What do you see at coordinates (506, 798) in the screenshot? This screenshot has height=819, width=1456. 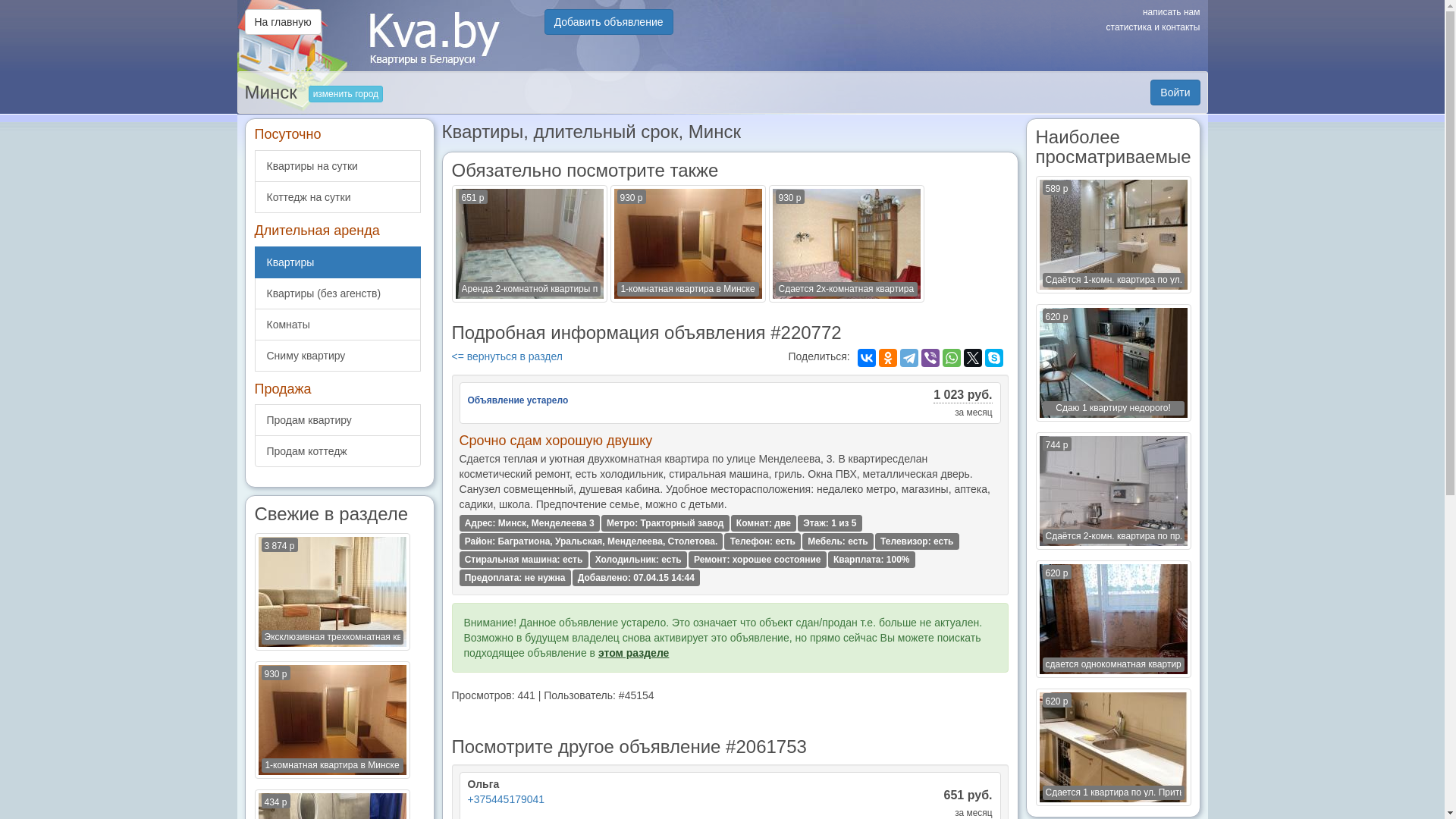 I see `'+375445179041'` at bounding box center [506, 798].